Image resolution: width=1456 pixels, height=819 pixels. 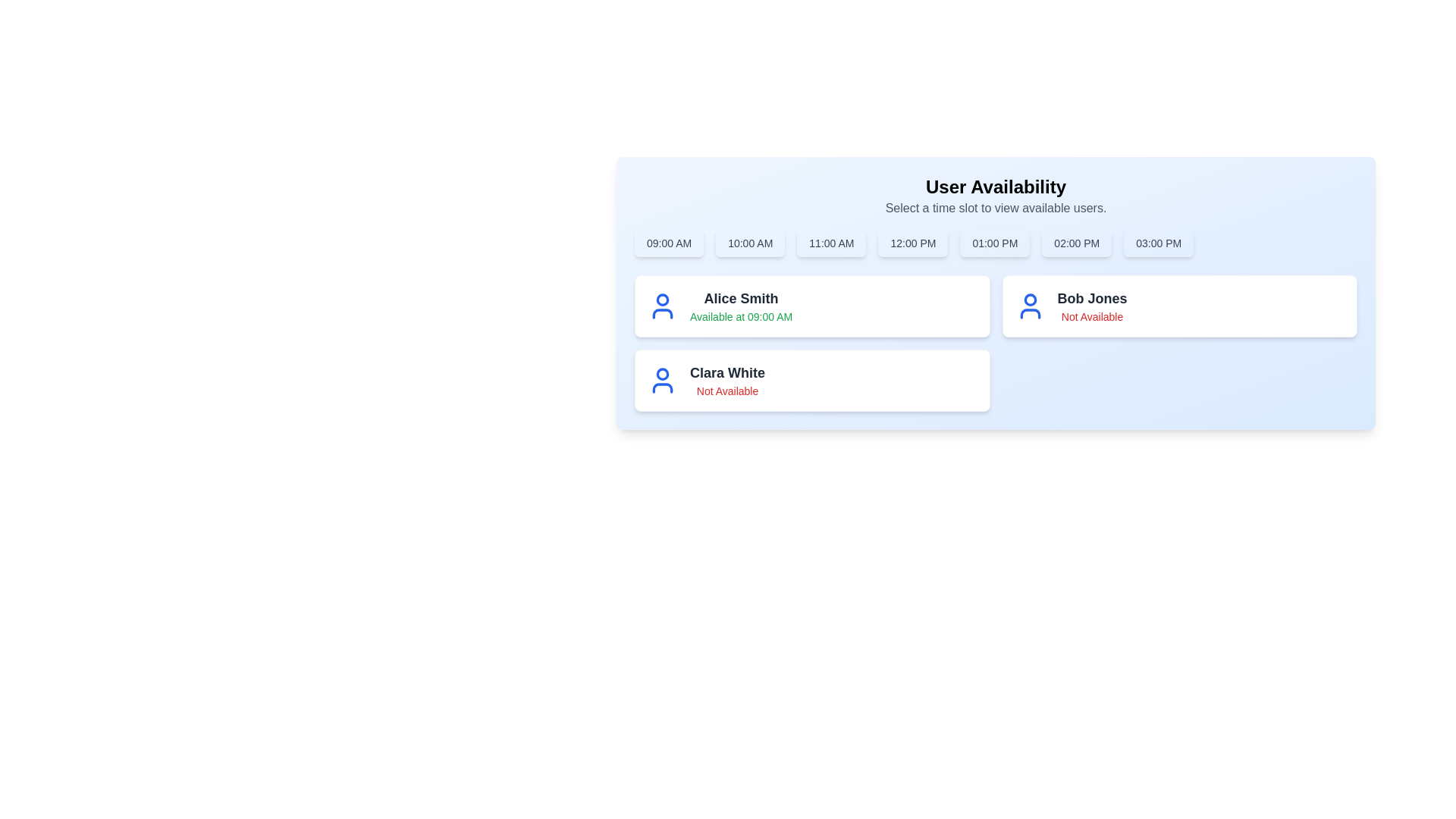 What do you see at coordinates (830, 242) in the screenshot?
I see `the rectangular button labeled '11:00 AM'` at bounding box center [830, 242].